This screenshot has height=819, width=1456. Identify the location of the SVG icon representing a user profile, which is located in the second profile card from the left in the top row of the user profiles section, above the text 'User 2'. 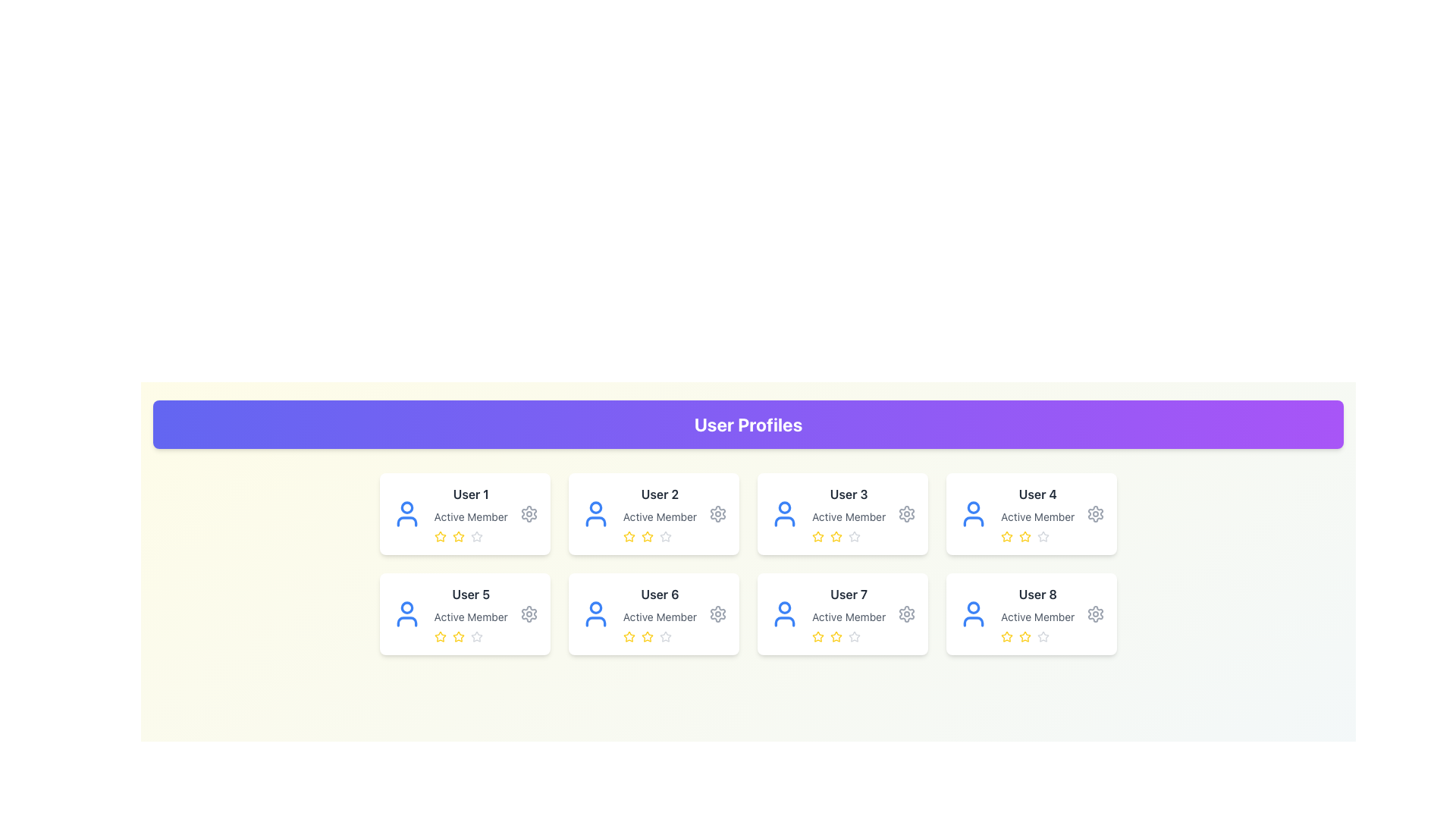
(595, 513).